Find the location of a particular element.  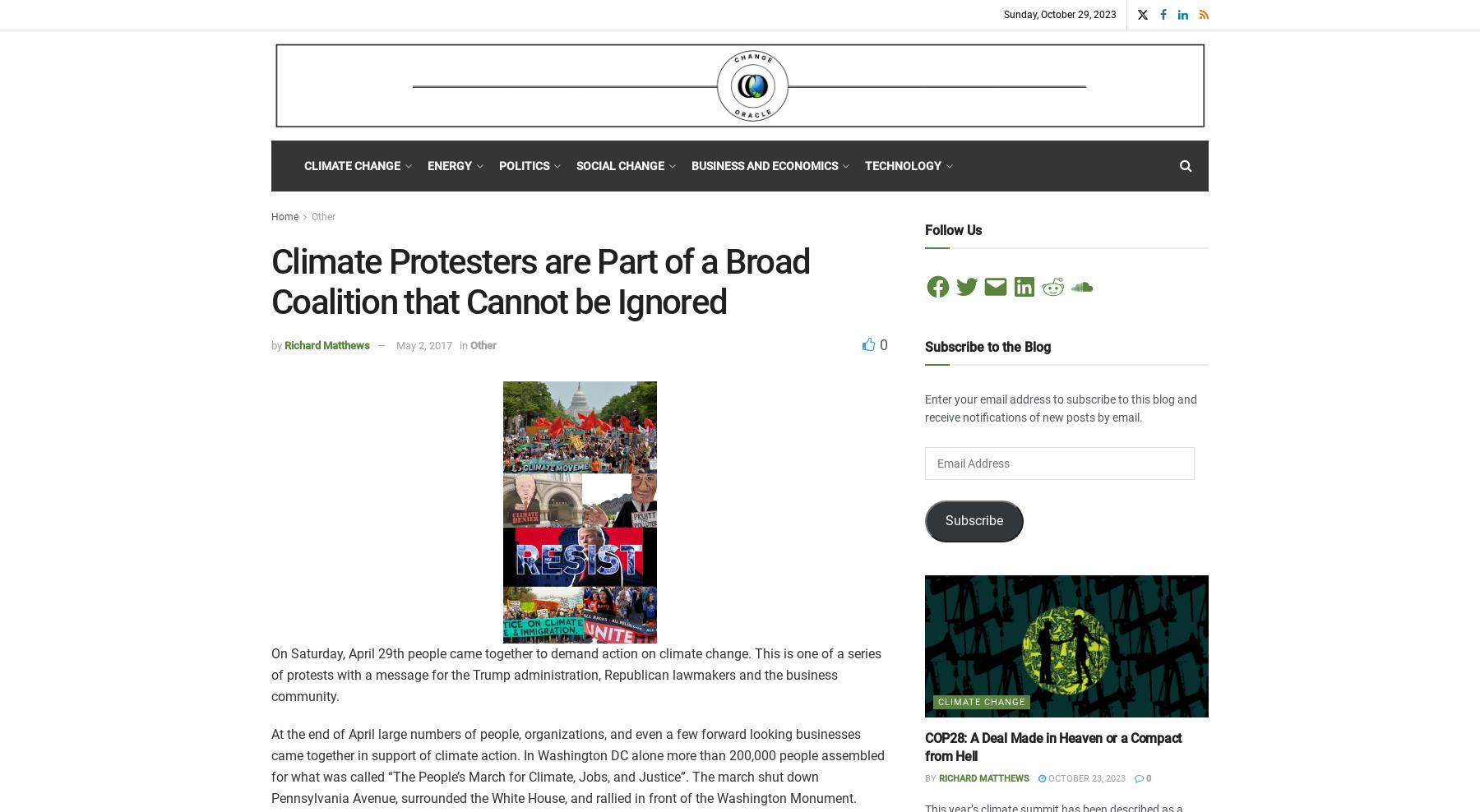

'Sunday, October 29, 2023' is located at coordinates (1060, 13).